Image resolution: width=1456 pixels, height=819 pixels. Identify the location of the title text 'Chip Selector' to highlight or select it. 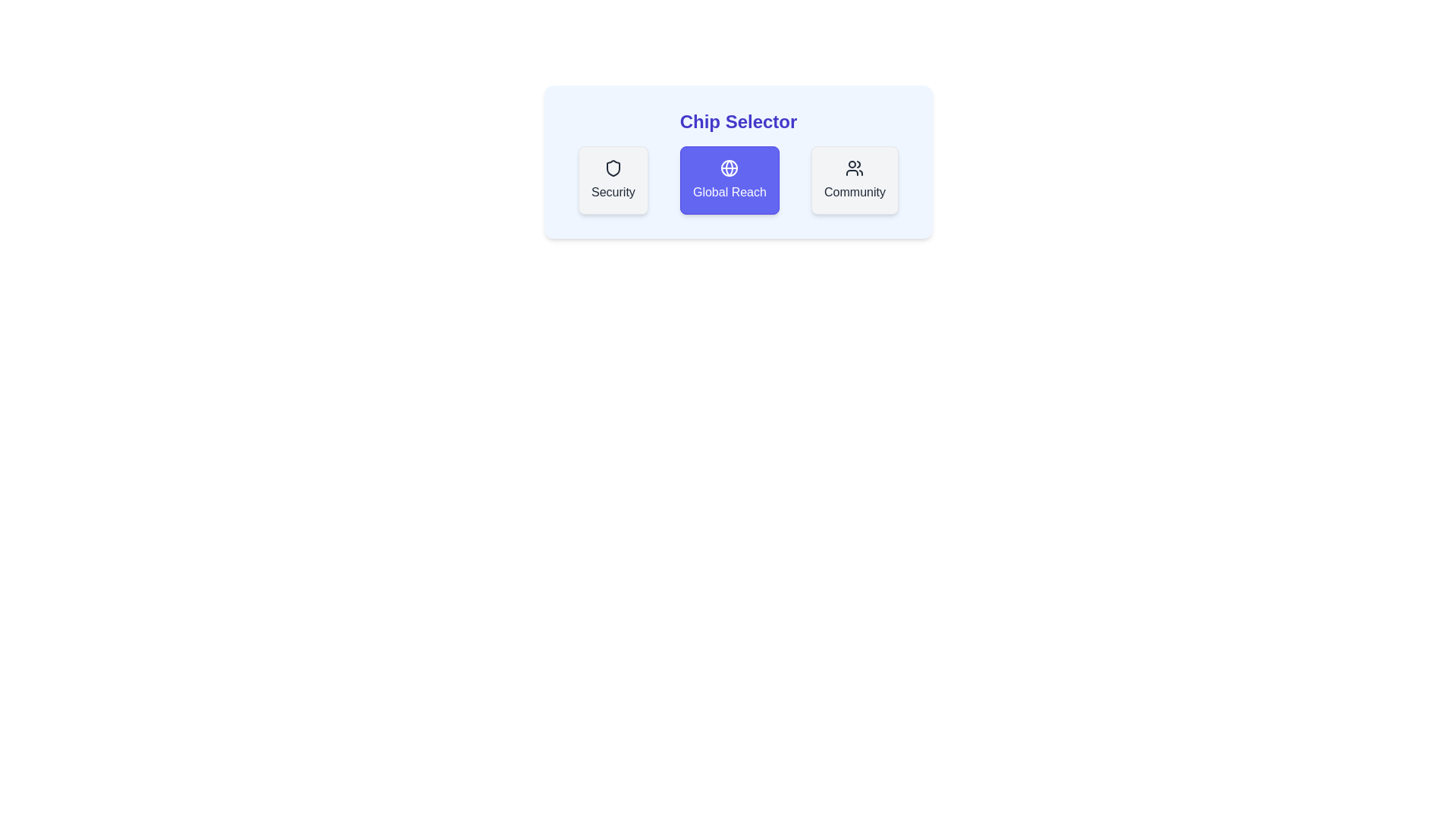
(739, 121).